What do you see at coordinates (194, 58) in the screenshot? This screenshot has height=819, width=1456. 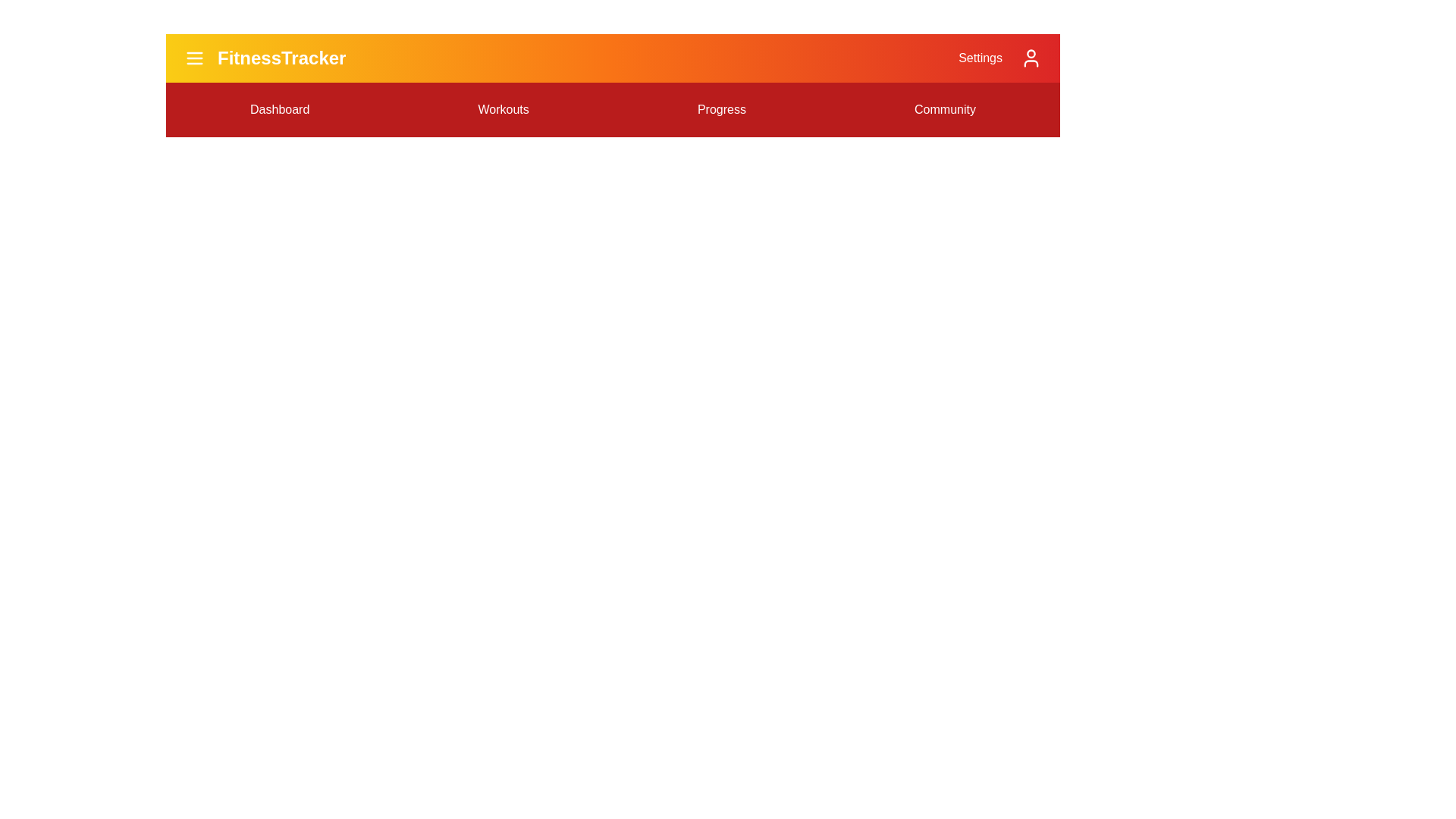 I see `the menu icon to toggle the menu visibility` at bounding box center [194, 58].